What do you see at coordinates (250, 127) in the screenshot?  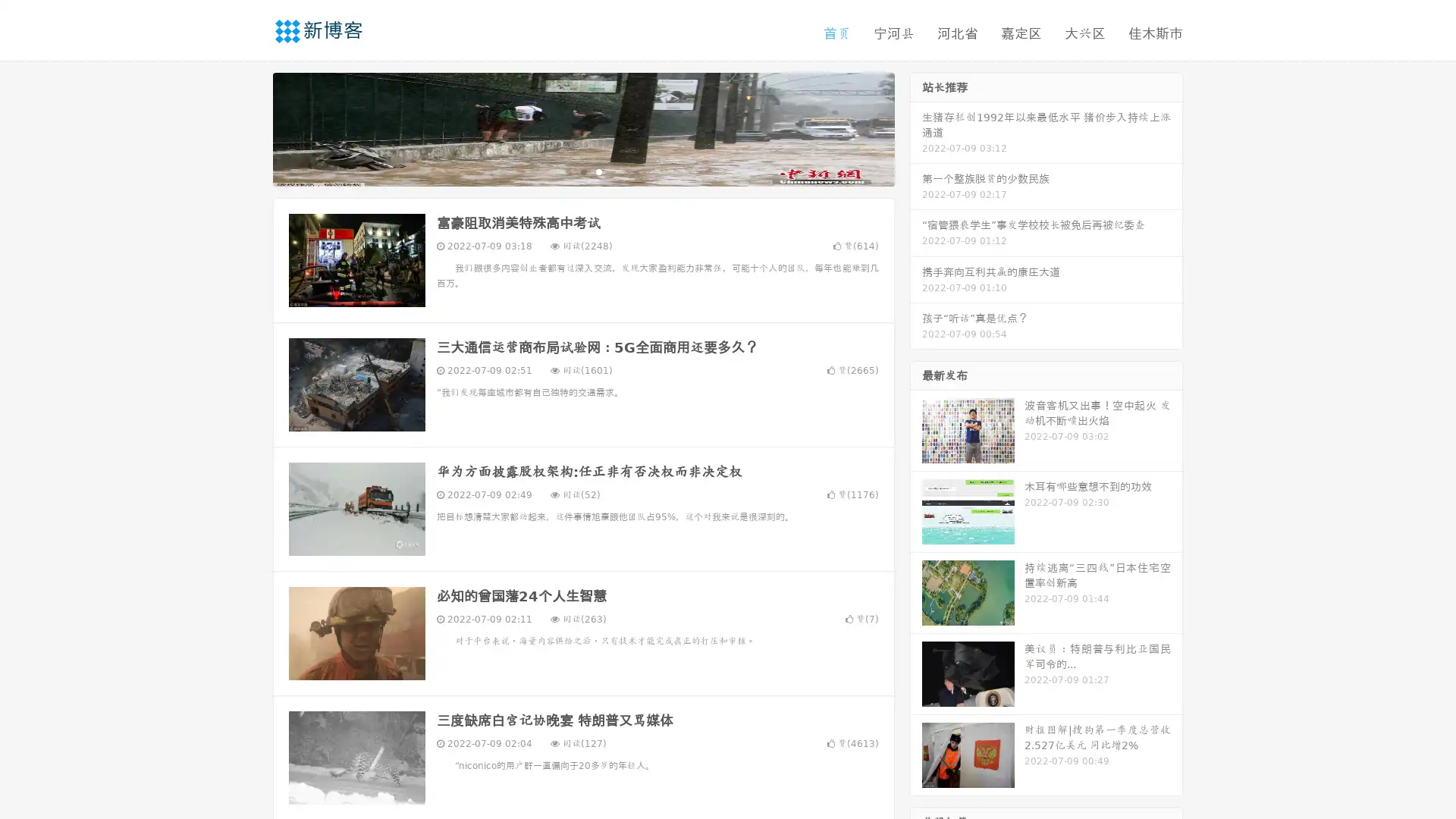 I see `Previous slide` at bounding box center [250, 127].